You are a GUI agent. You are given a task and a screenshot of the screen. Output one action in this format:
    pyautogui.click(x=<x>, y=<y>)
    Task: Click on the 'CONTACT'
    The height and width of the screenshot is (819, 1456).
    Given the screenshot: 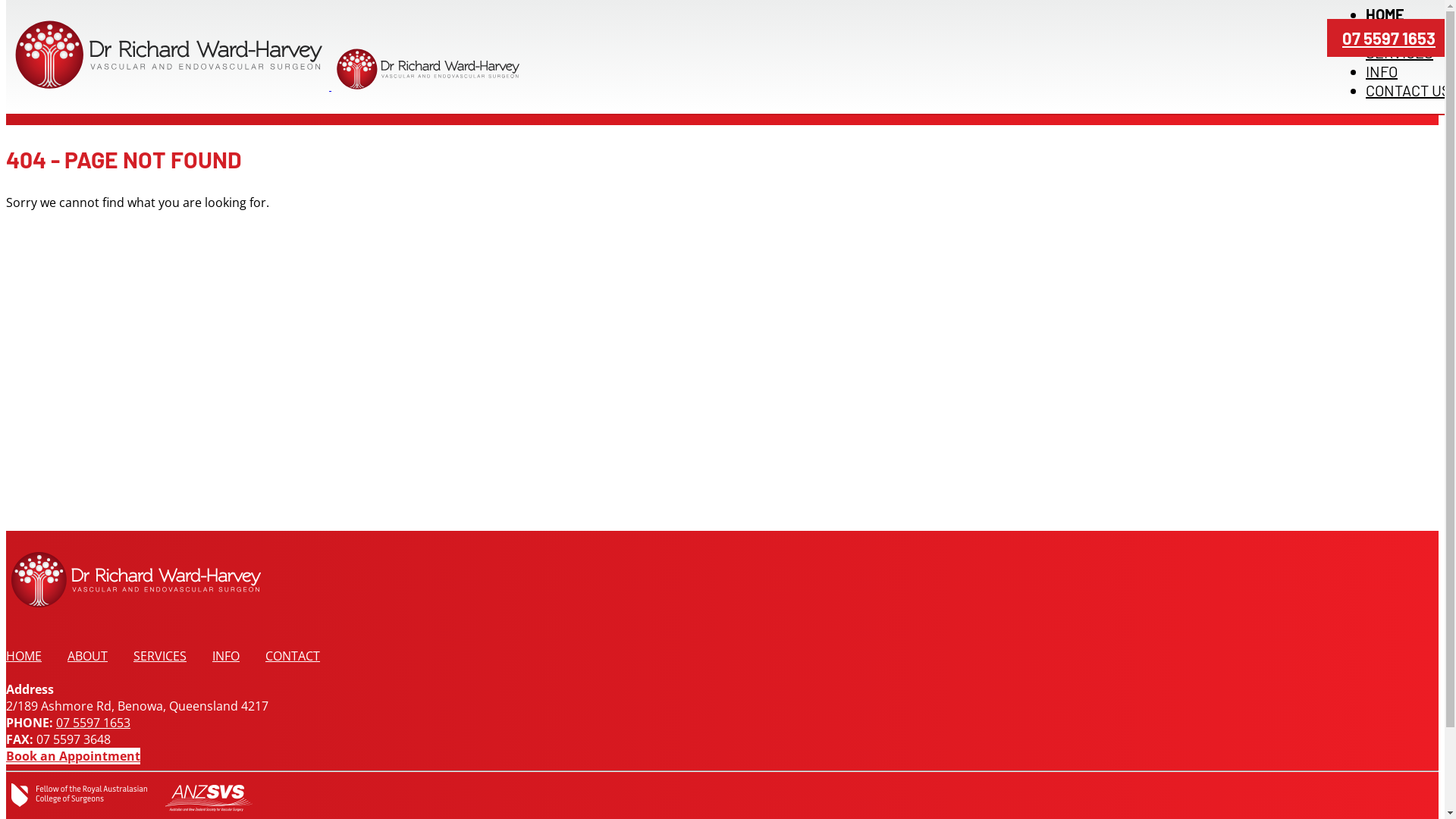 What is the action you would take?
    pyautogui.click(x=292, y=654)
    